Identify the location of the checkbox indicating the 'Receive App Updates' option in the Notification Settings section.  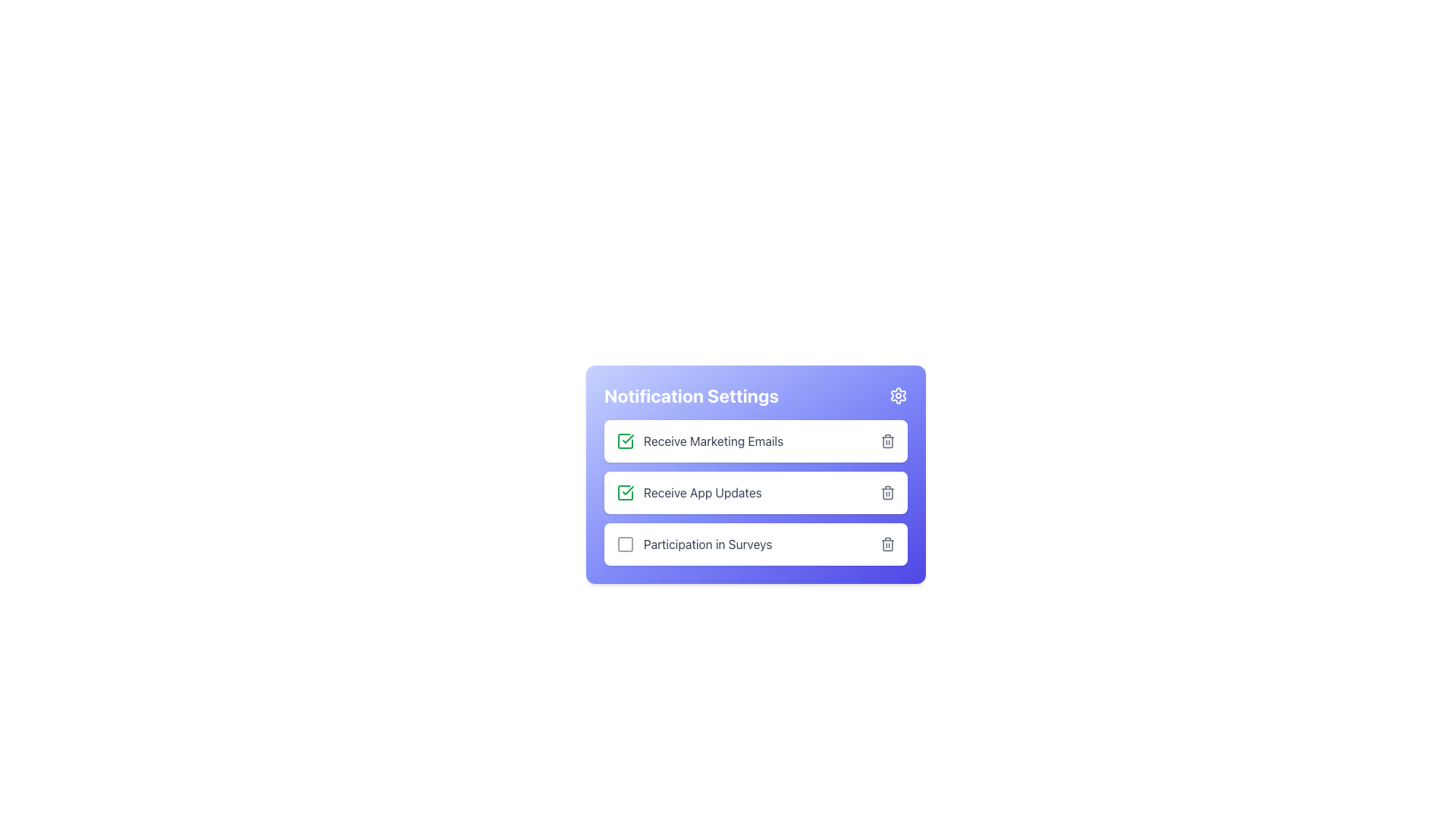
(626, 493).